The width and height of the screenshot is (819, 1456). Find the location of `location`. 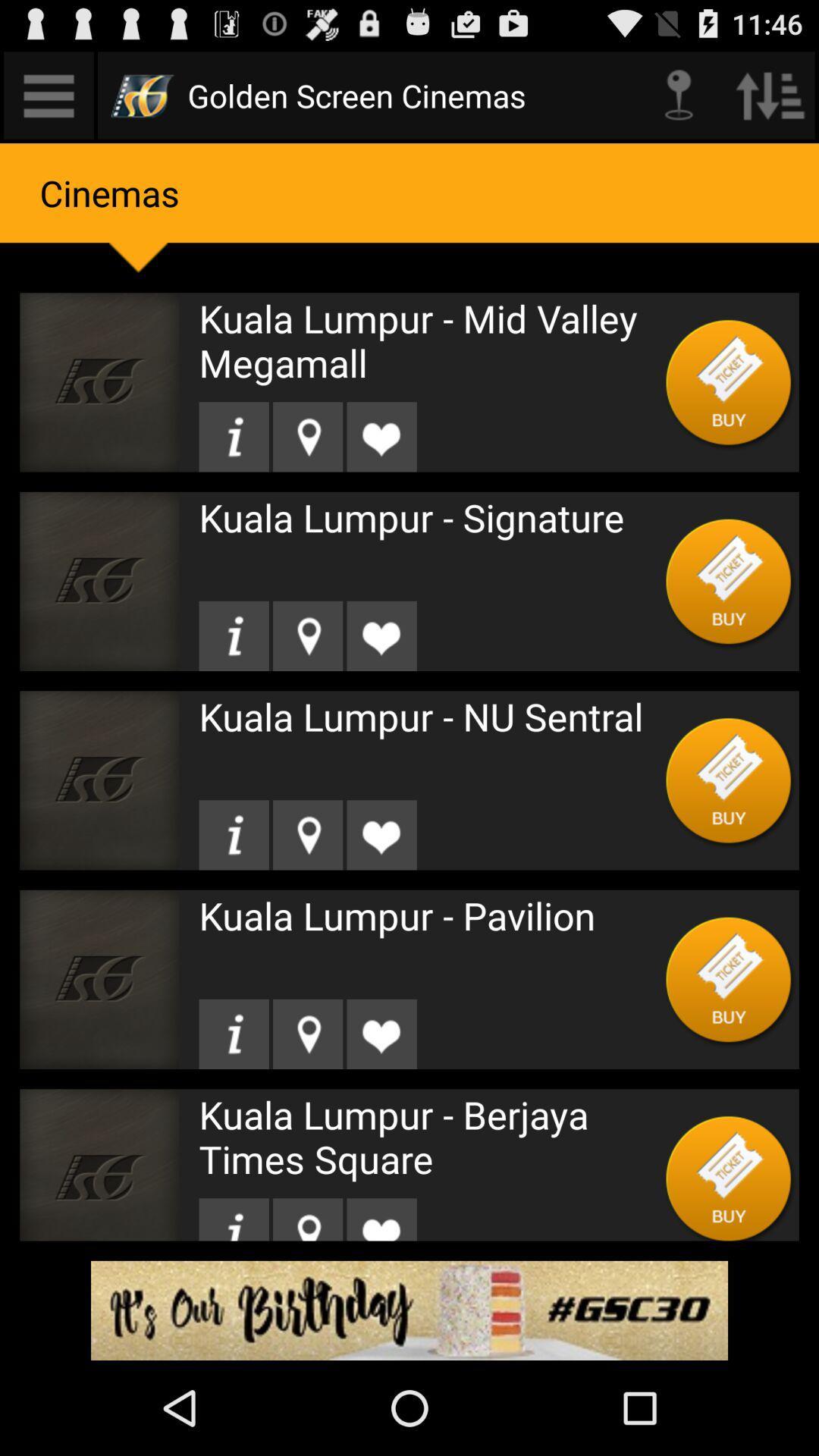

location is located at coordinates (307, 1219).